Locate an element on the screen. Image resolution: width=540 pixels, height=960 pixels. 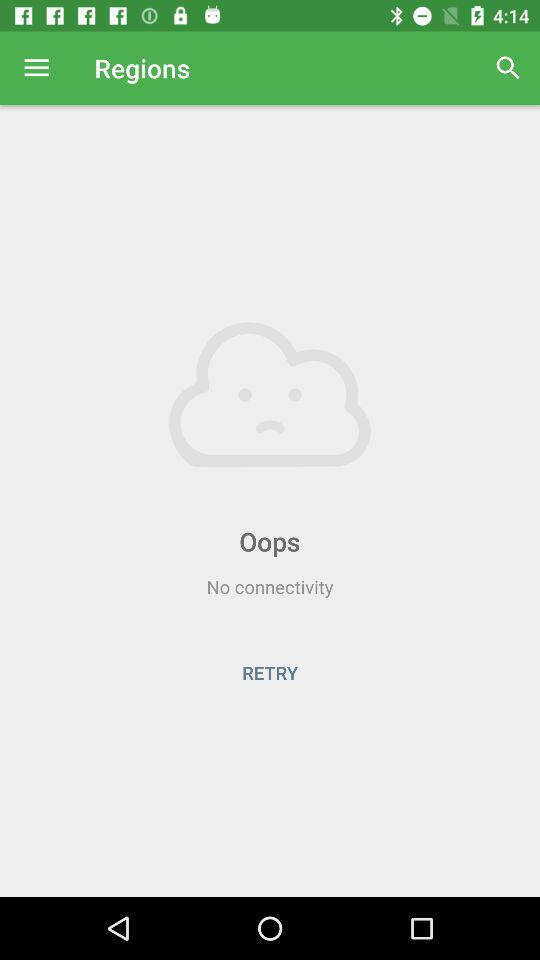
the item next to regions icon is located at coordinates (36, 68).